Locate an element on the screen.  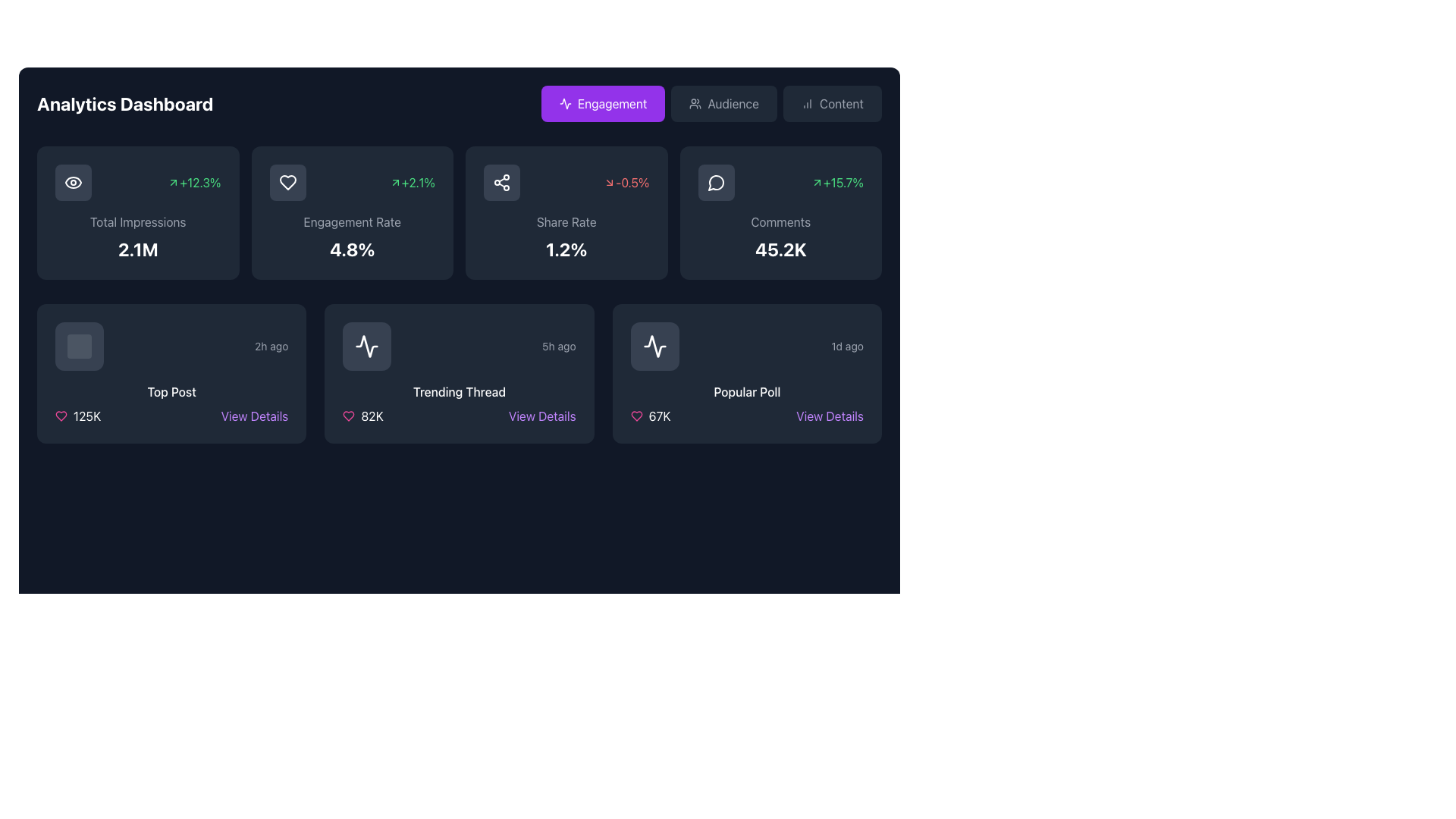
the heart-shaped icon indicating the 'Engagement Rate' within the analytics card layout is located at coordinates (287, 181).